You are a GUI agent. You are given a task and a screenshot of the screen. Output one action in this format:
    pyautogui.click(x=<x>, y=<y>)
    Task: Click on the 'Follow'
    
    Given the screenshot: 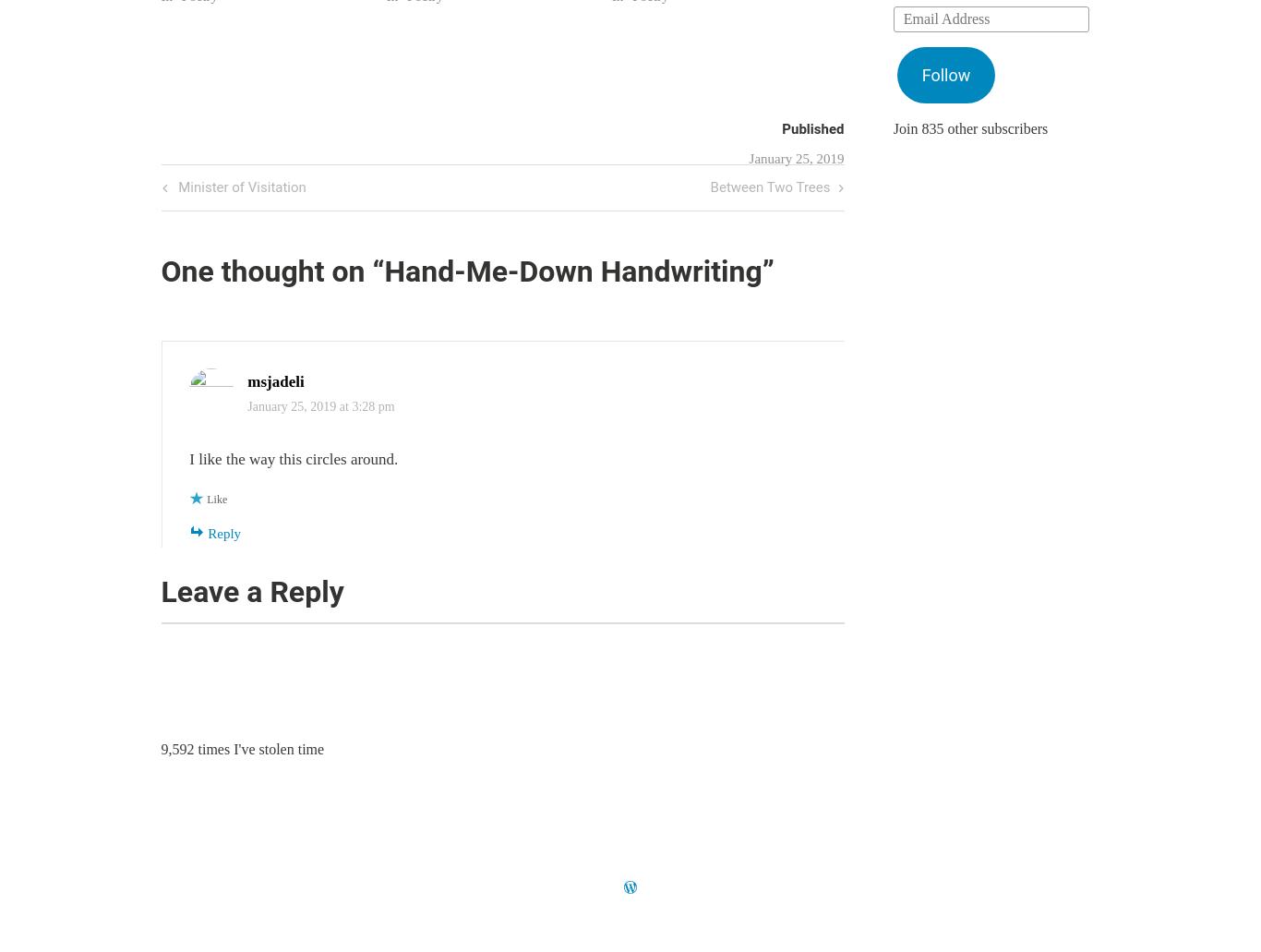 What is the action you would take?
    pyautogui.click(x=920, y=74)
    